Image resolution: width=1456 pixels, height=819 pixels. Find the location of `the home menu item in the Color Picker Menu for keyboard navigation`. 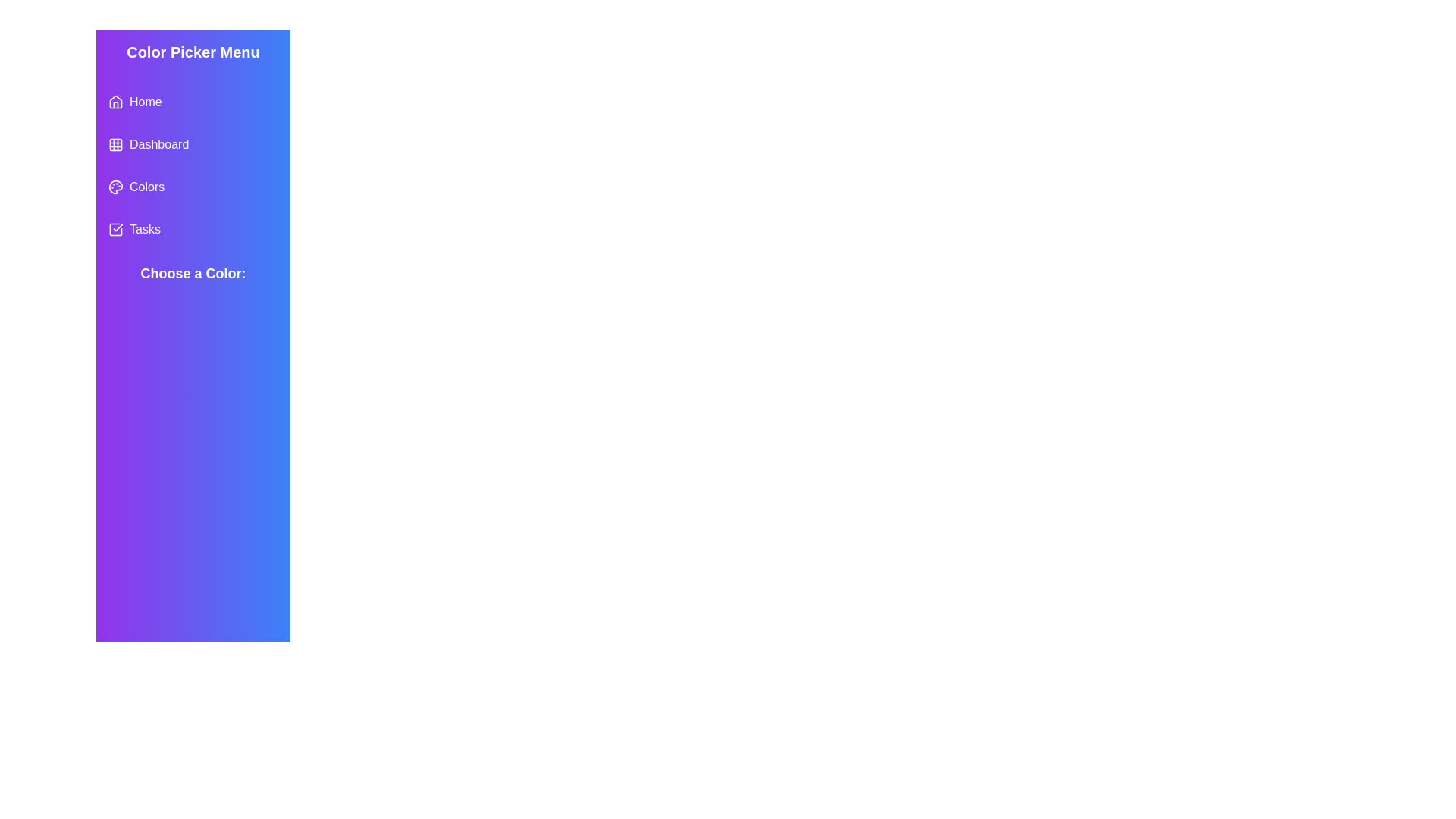

the home menu item in the Color Picker Menu for keyboard navigation is located at coordinates (192, 102).